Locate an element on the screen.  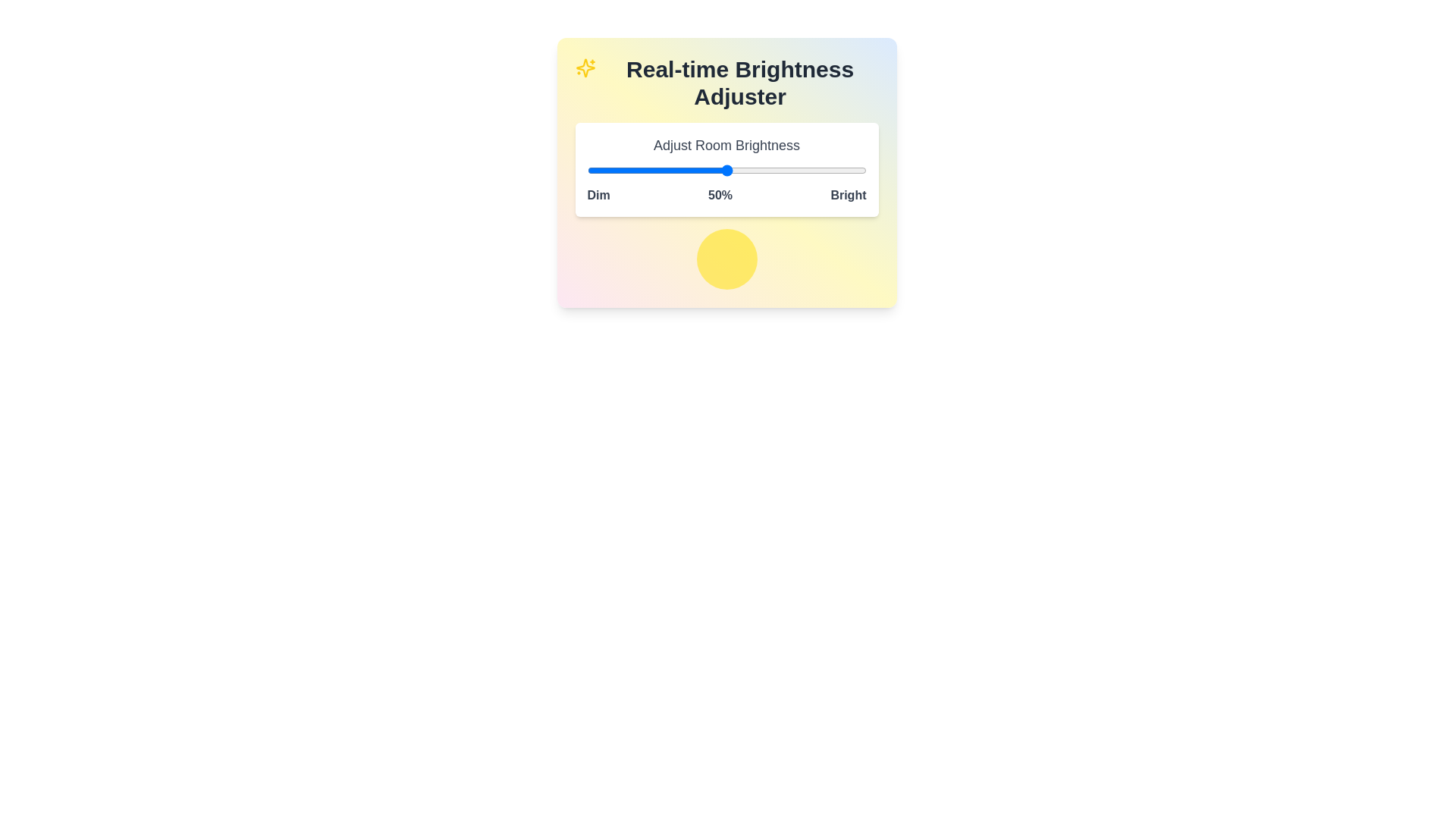
the brightness slider to set the brightness level to 95% is located at coordinates (852, 170).